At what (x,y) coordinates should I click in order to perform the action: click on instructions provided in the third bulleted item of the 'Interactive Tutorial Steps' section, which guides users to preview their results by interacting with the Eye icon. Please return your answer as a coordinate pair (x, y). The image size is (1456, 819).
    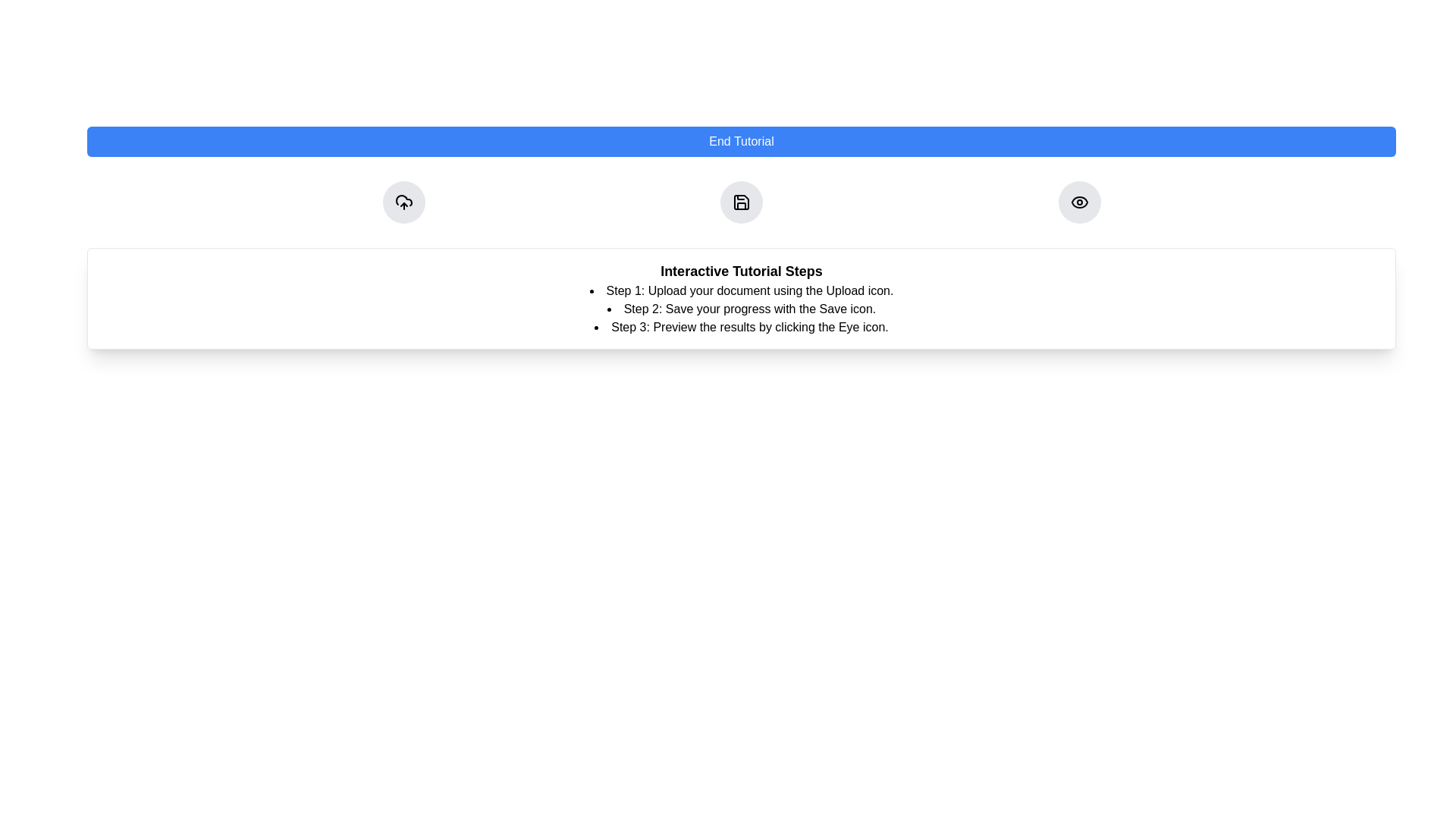
    Looking at the image, I should click on (742, 327).